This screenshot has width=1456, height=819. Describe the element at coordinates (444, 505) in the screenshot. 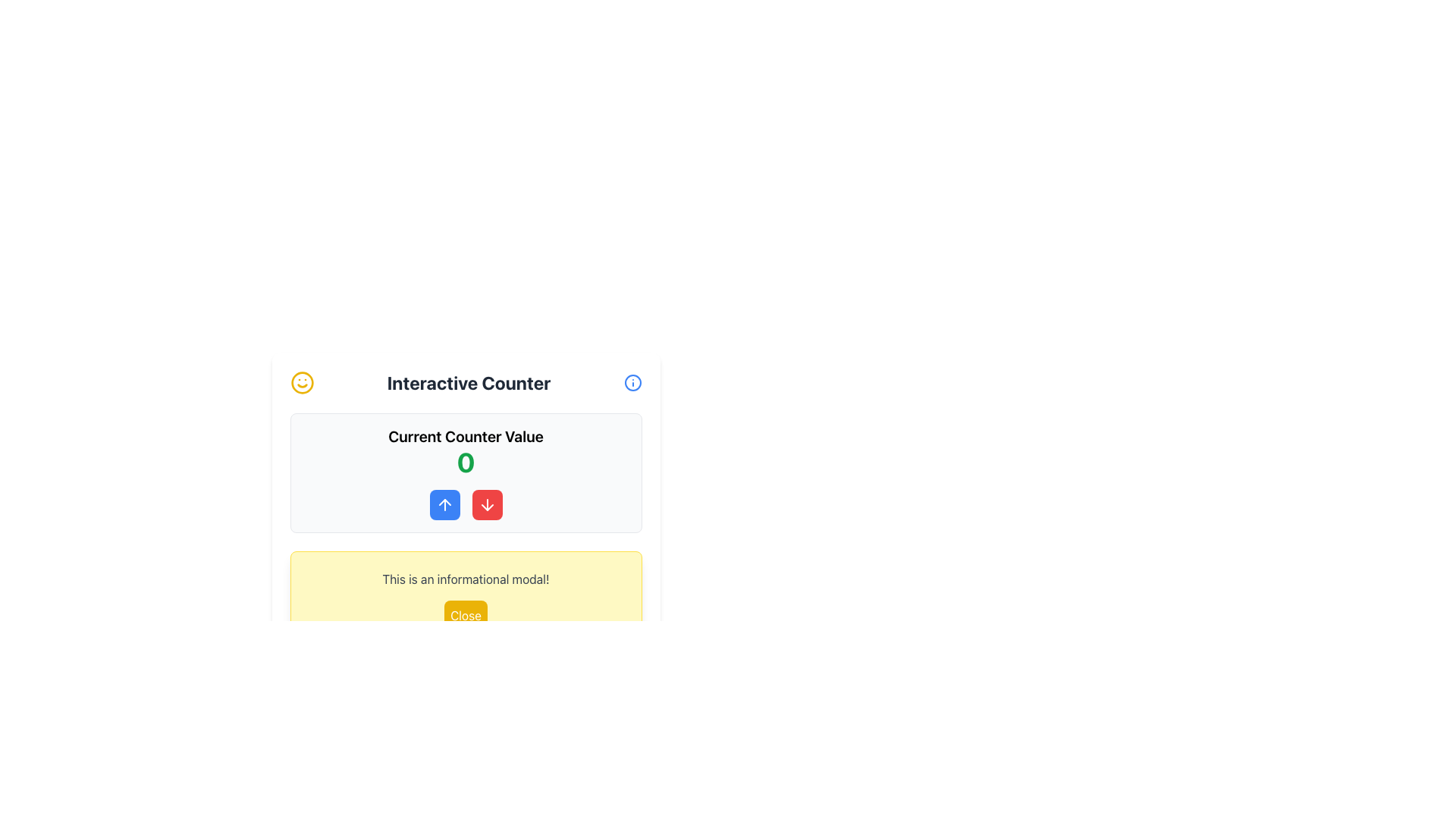

I see `the upward-pointing arrow graphic icon located at the center of the blue button below the 'Current Counter Value' display` at that location.